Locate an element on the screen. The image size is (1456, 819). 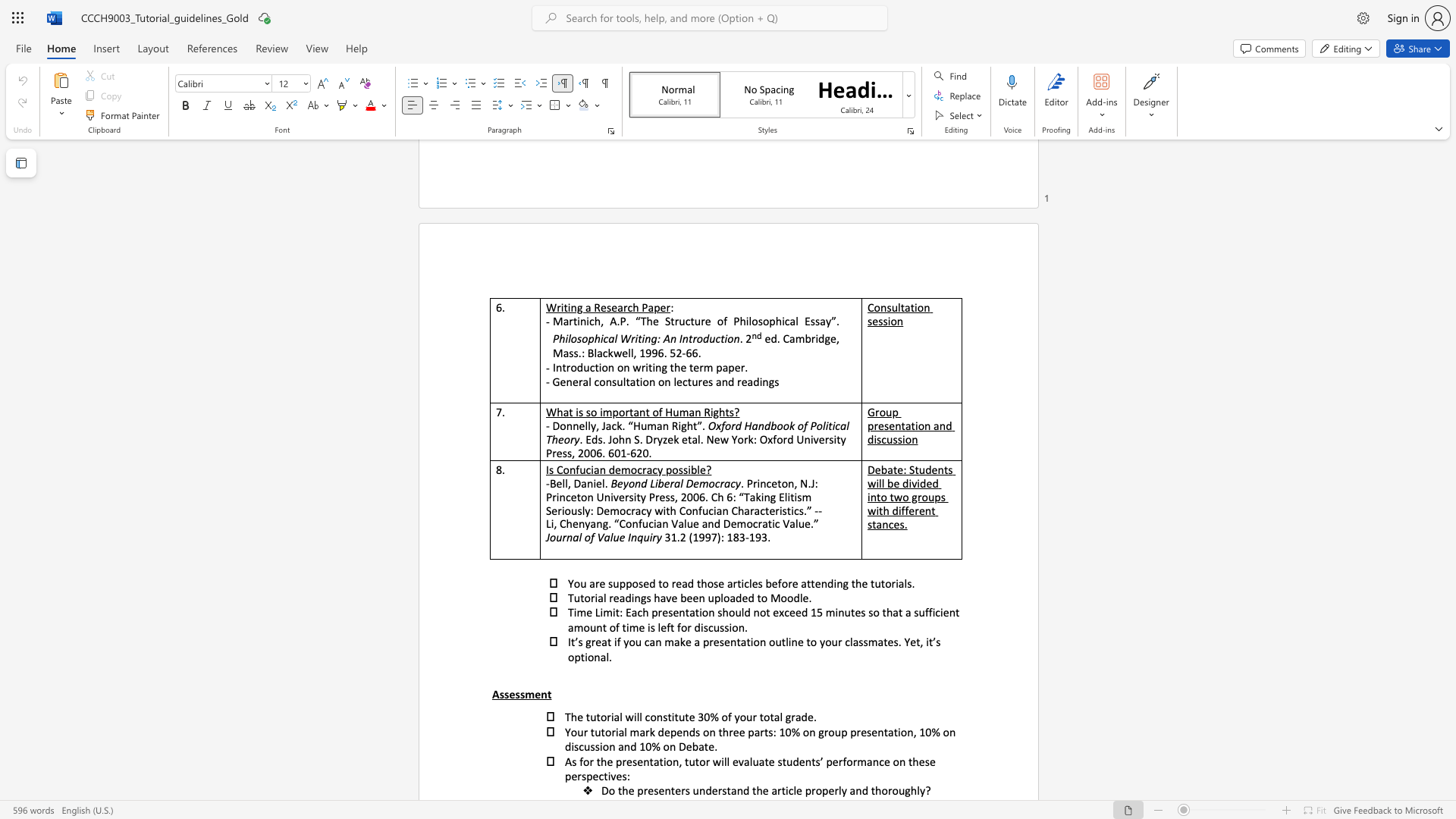
the subset text "2 (" within the text "31.2 (1997): 183-193." is located at coordinates (679, 536).